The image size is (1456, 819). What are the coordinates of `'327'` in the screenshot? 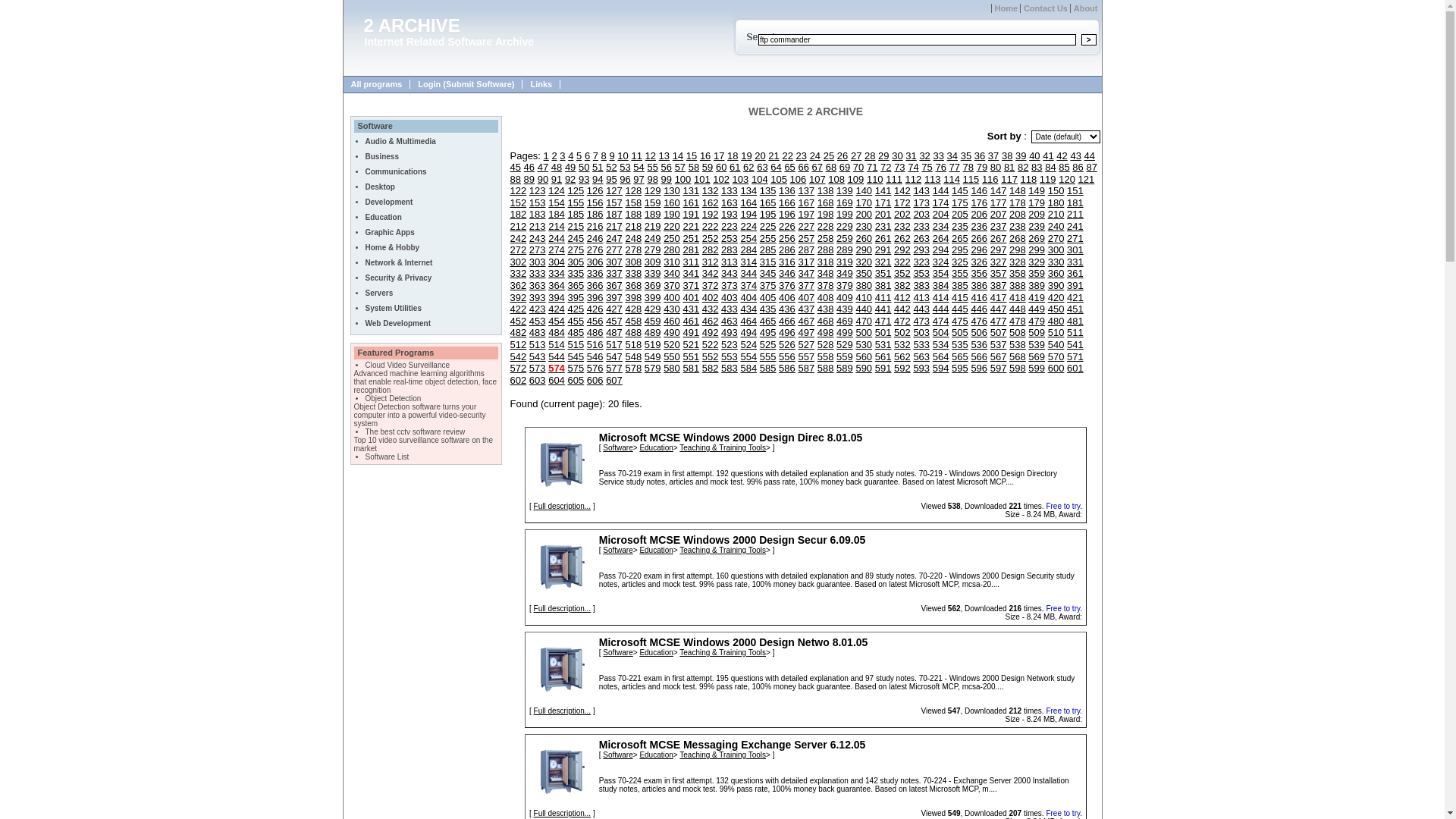 It's located at (998, 261).